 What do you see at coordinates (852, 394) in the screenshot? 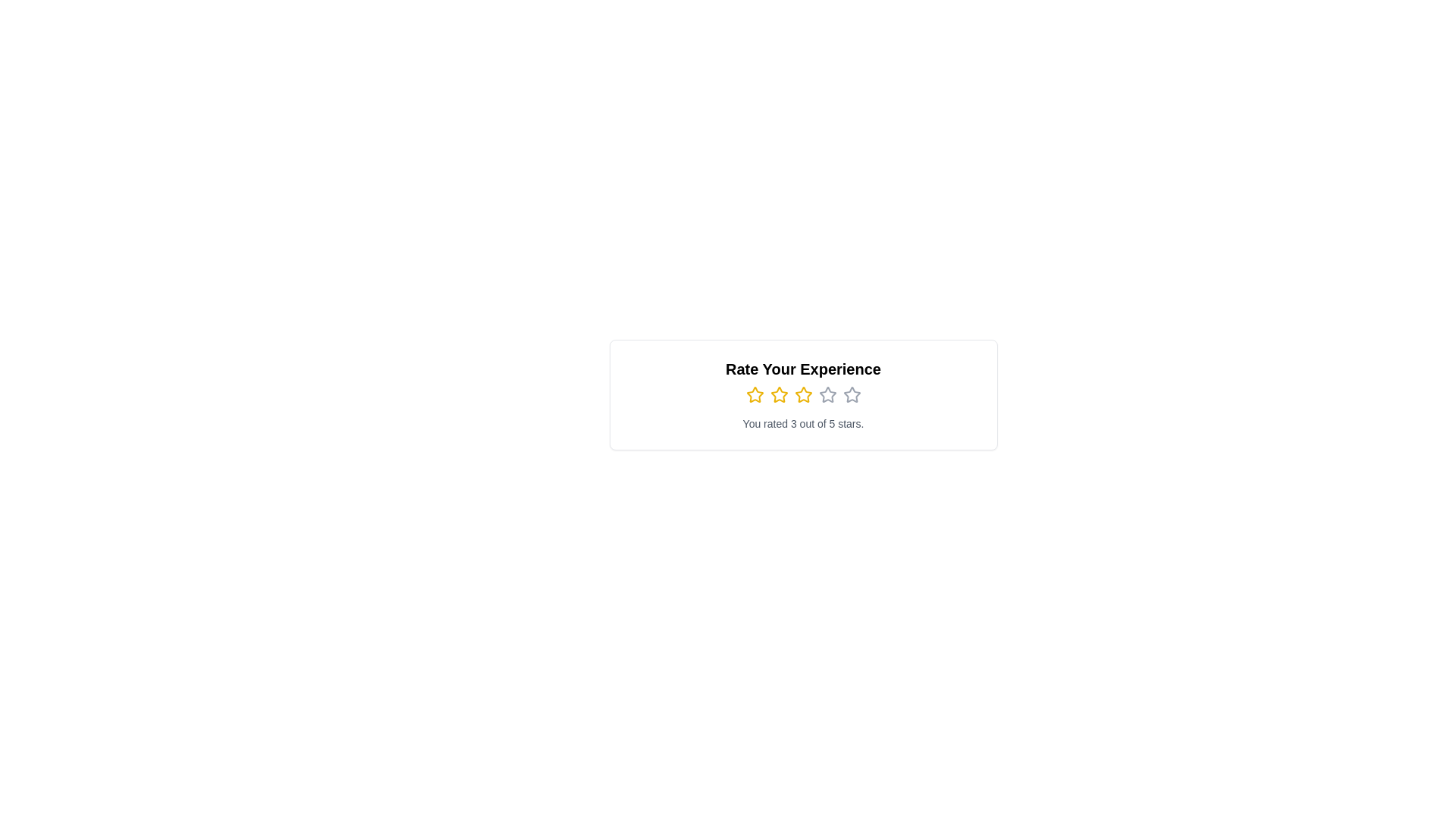
I see `the fourth star icon in the rating widget under 'Rate Your Experience' to rate it` at bounding box center [852, 394].